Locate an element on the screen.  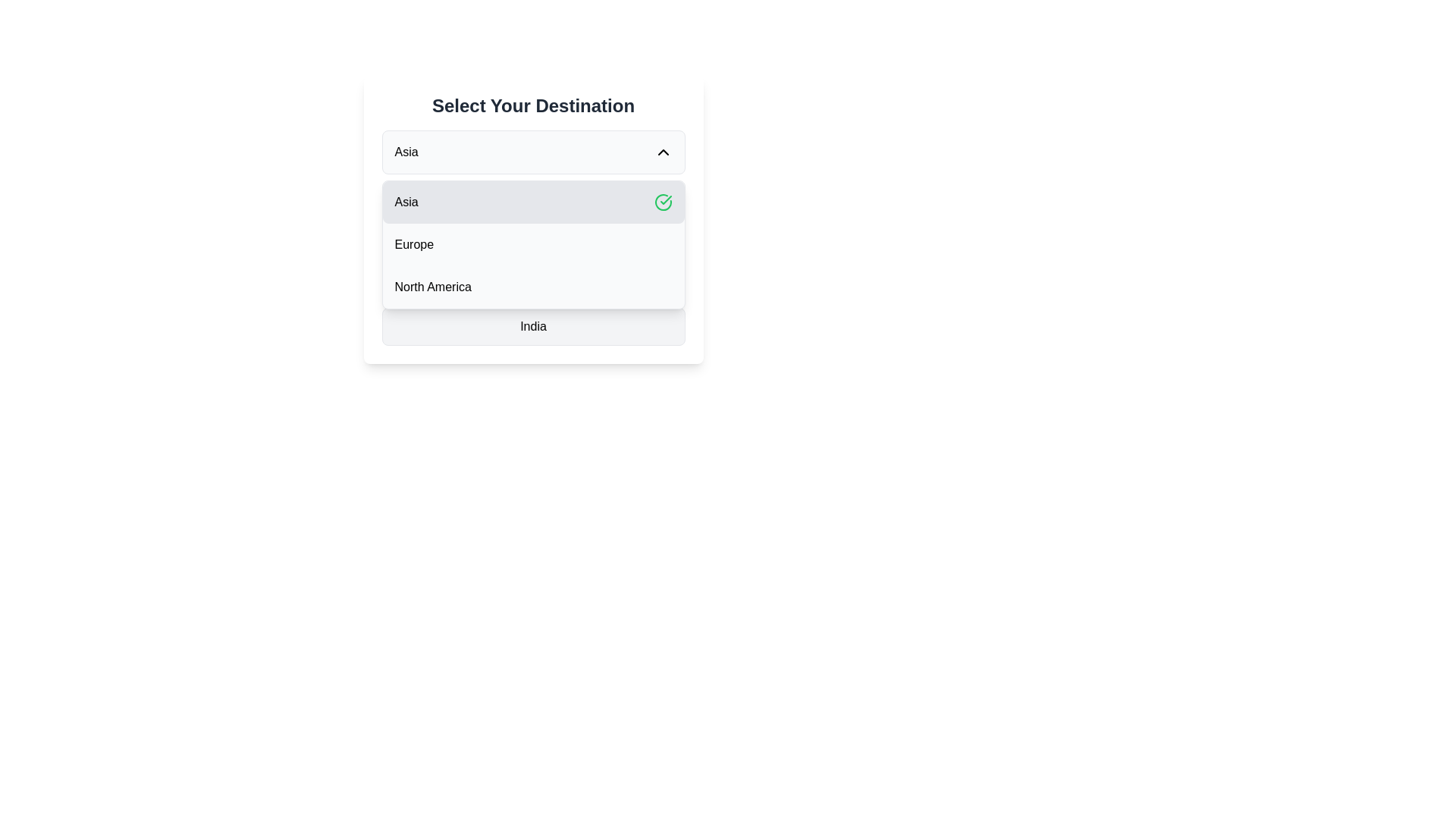
the first selectable item in the dropdown menu labeled 'Select Your Destination', which is visually distinguished by a light gray background and a green checkmark indicating its selected state is located at coordinates (533, 219).